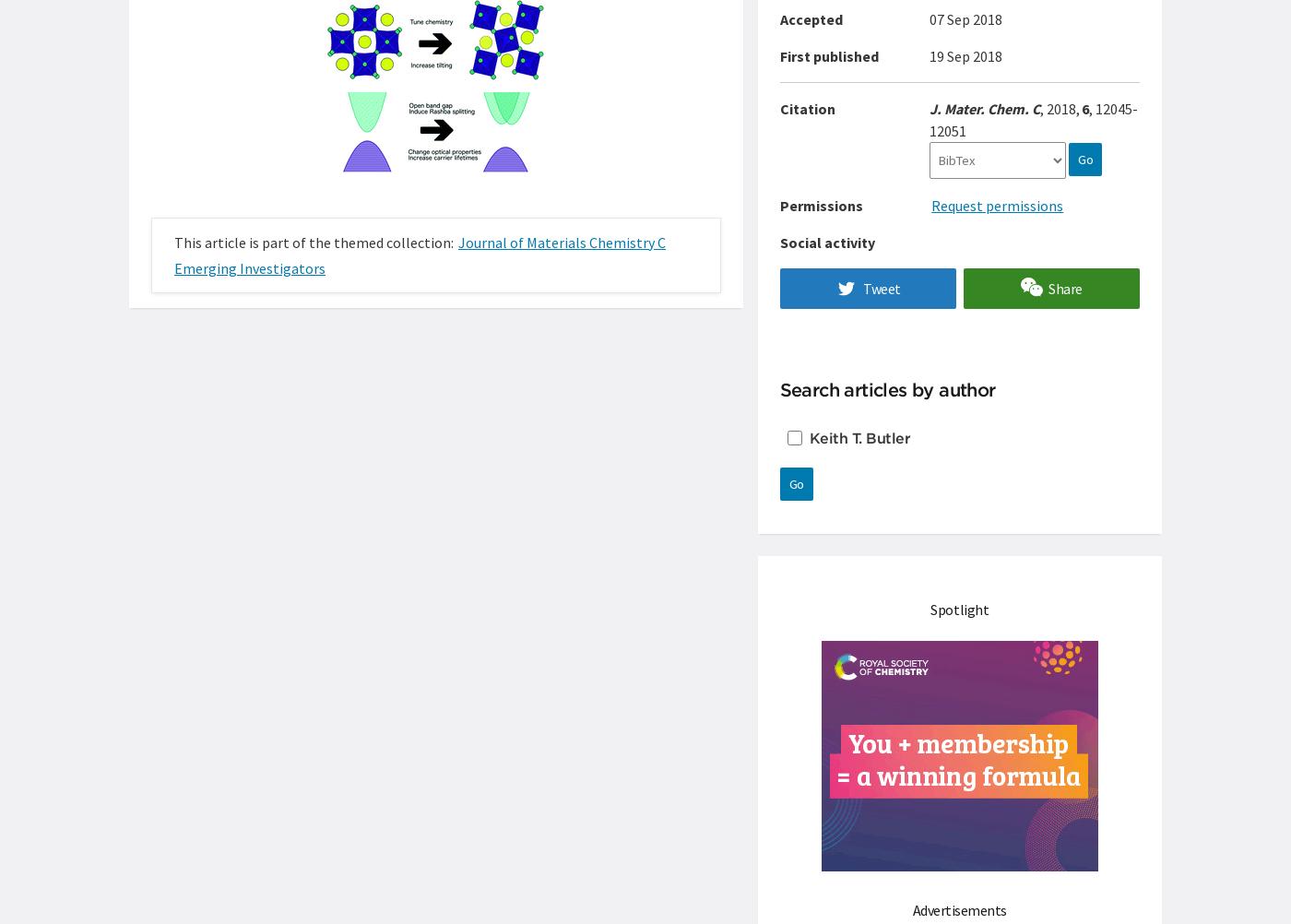  What do you see at coordinates (1065, 288) in the screenshot?
I see `'Share'` at bounding box center [1065, 288].